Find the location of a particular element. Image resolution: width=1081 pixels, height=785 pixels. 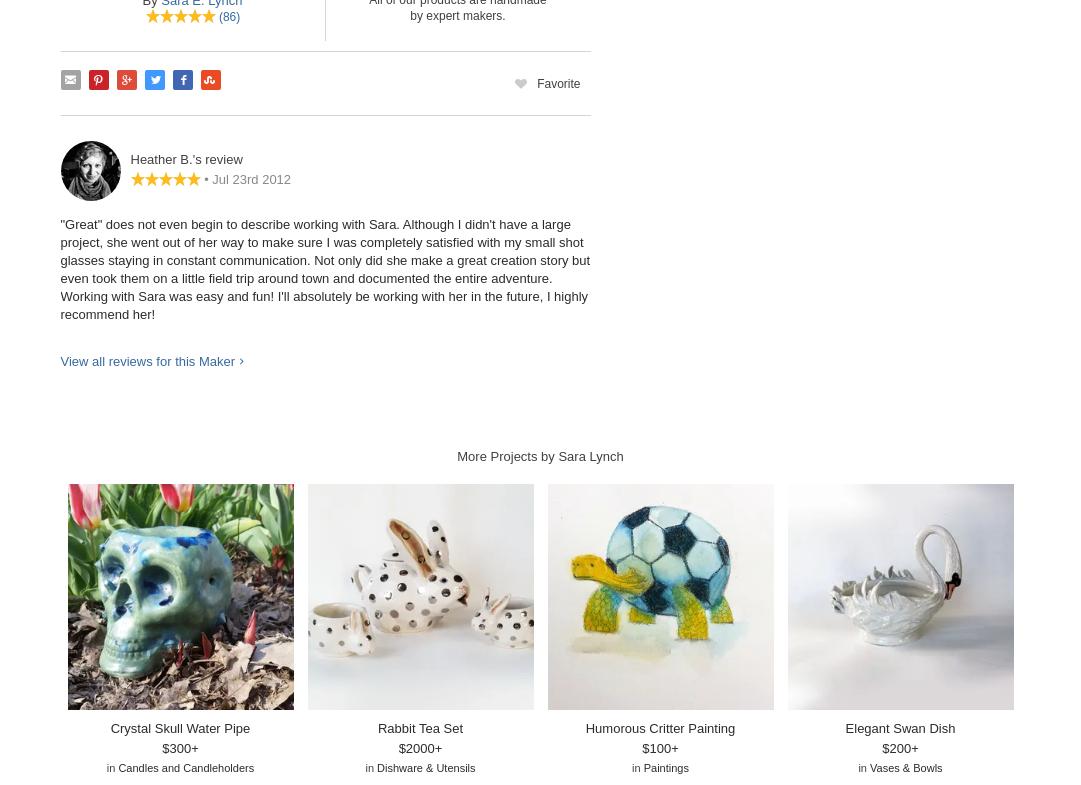

'by expert makers.' is located at coordinates (456, 13).